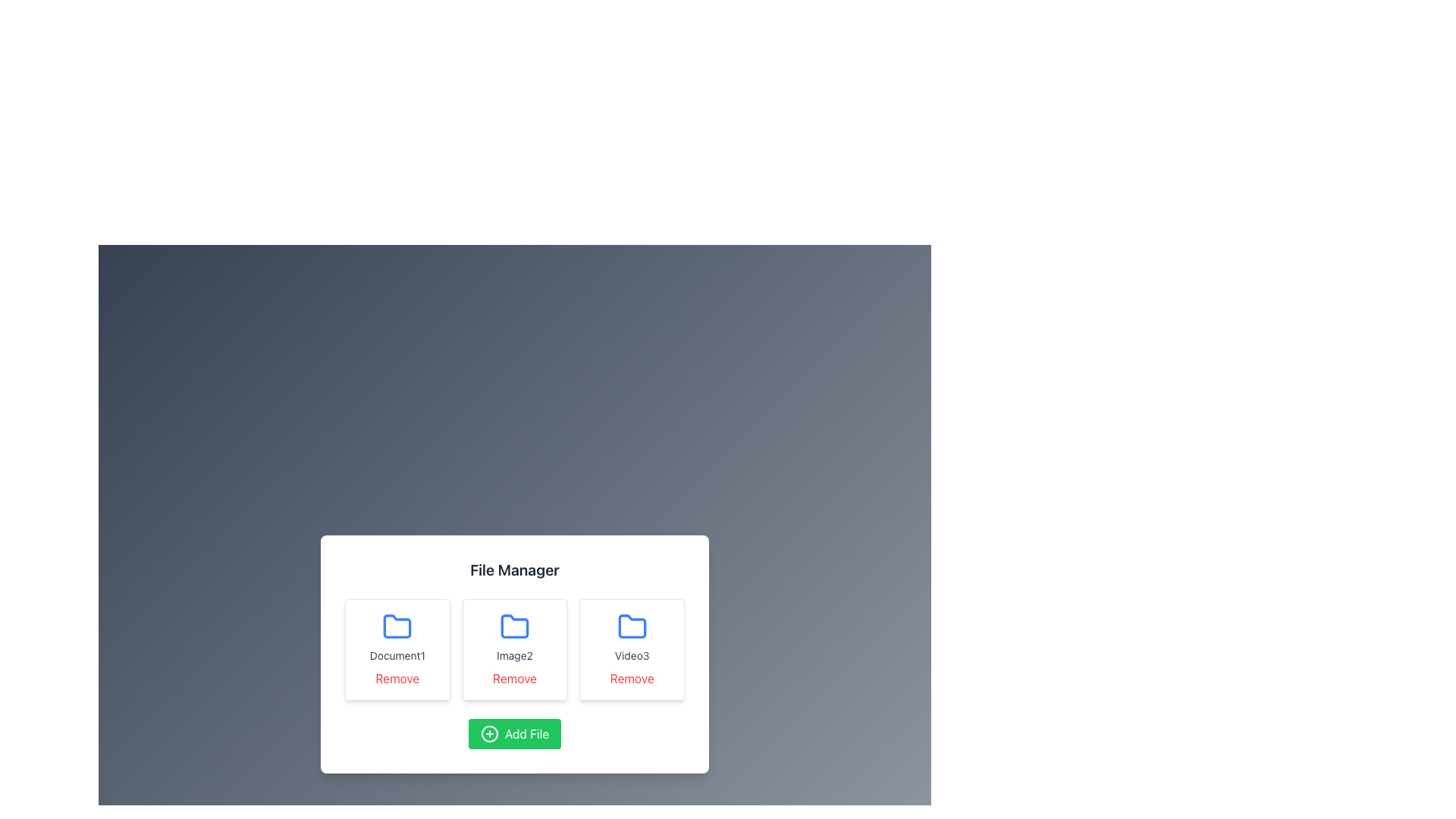 The image size is (1456, 819). Describe the element at coordinates (397, 626) in the screenshot. I see `the folder icon that represents a file categorization, located directly above the label 'Document1' and the 'Remove' button` at that location.